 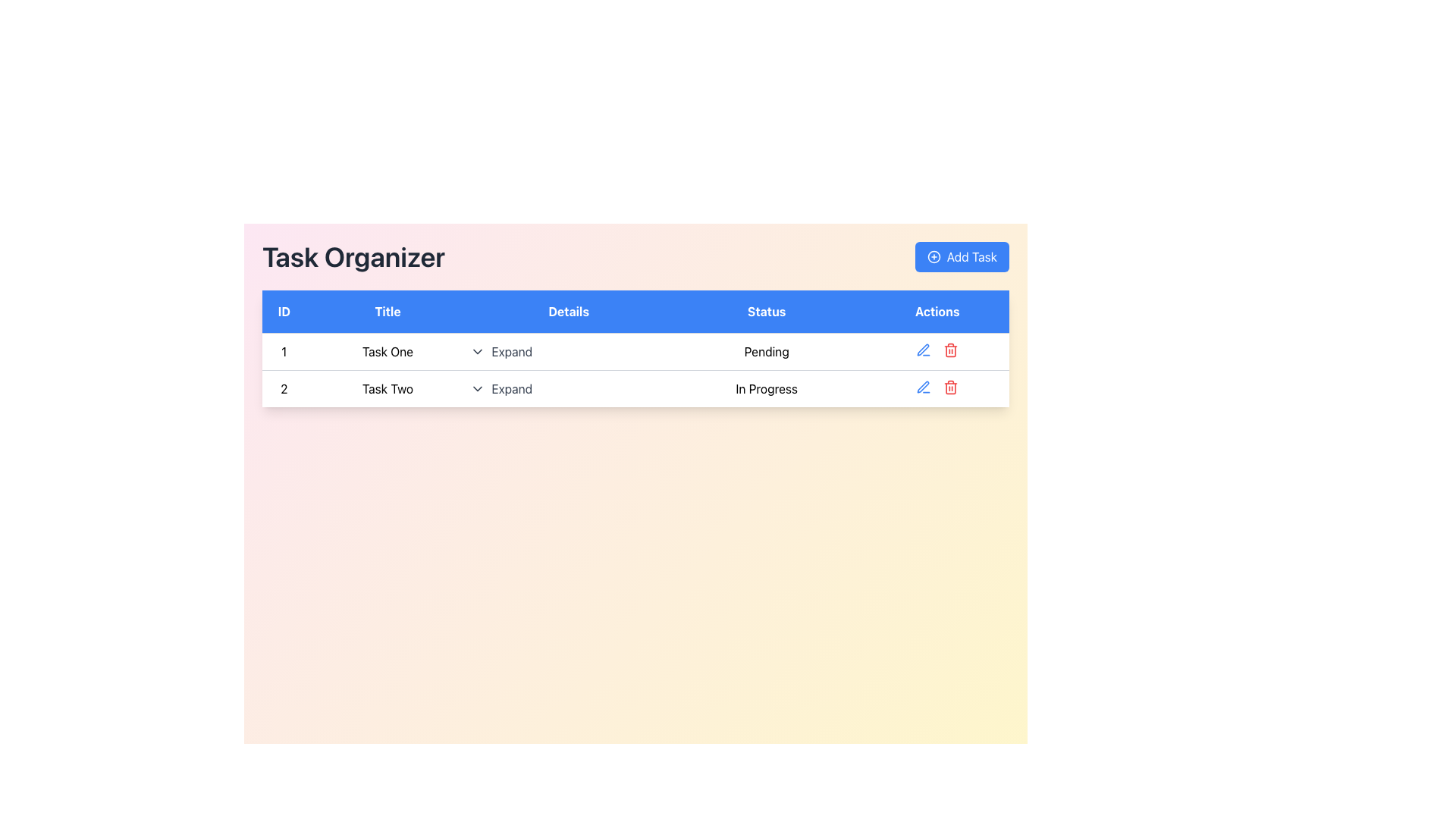 I want to click on the interactive button with a downward-pointing chevron icon and the text 'Expand' in the 'Details' column of the second row in the 'Task Organizer' table to activate hover effects, so click(x=501, y=388).